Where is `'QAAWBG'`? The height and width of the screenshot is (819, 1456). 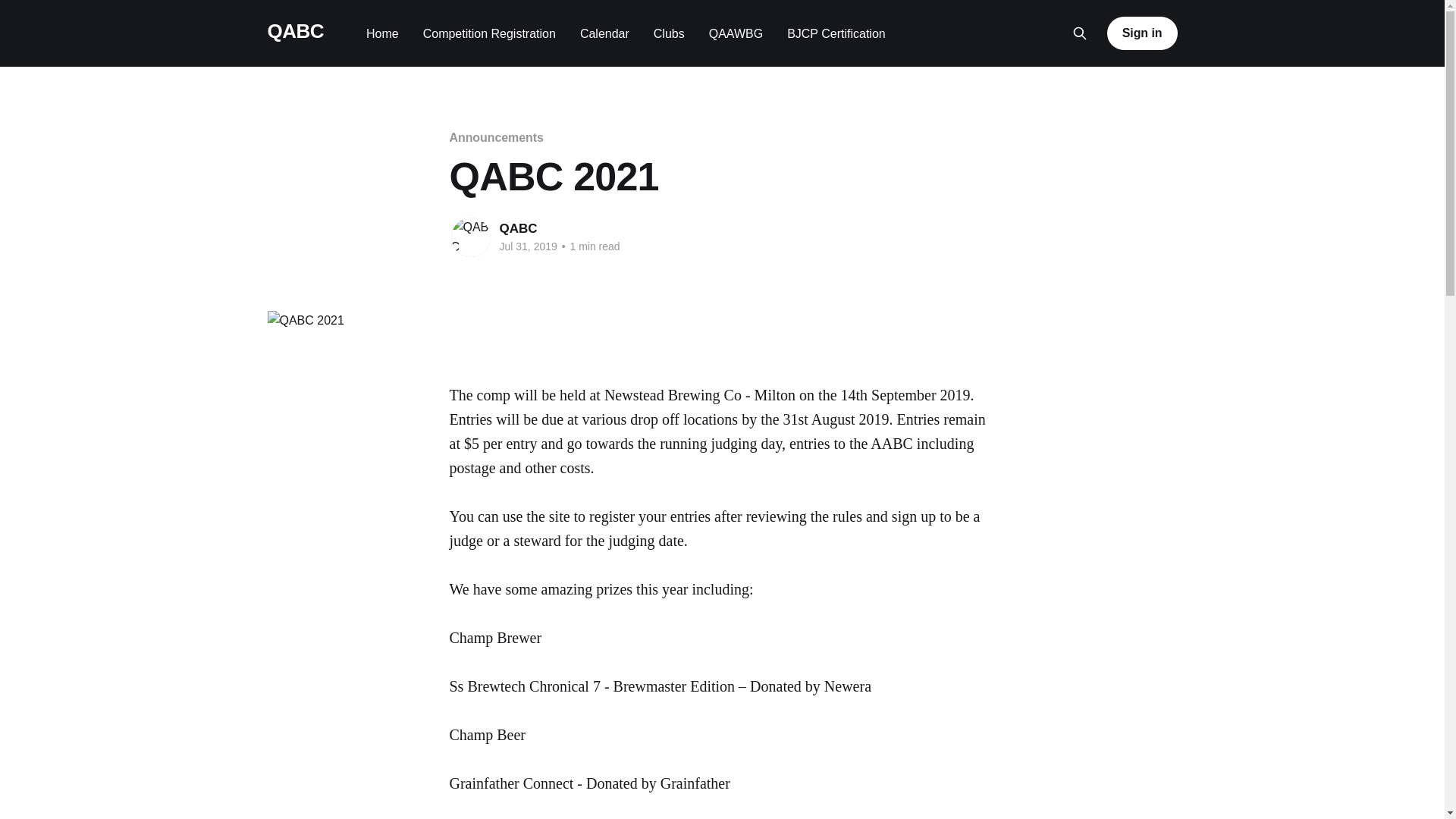
'QAAWBG' is located at coordinates (736, 33).